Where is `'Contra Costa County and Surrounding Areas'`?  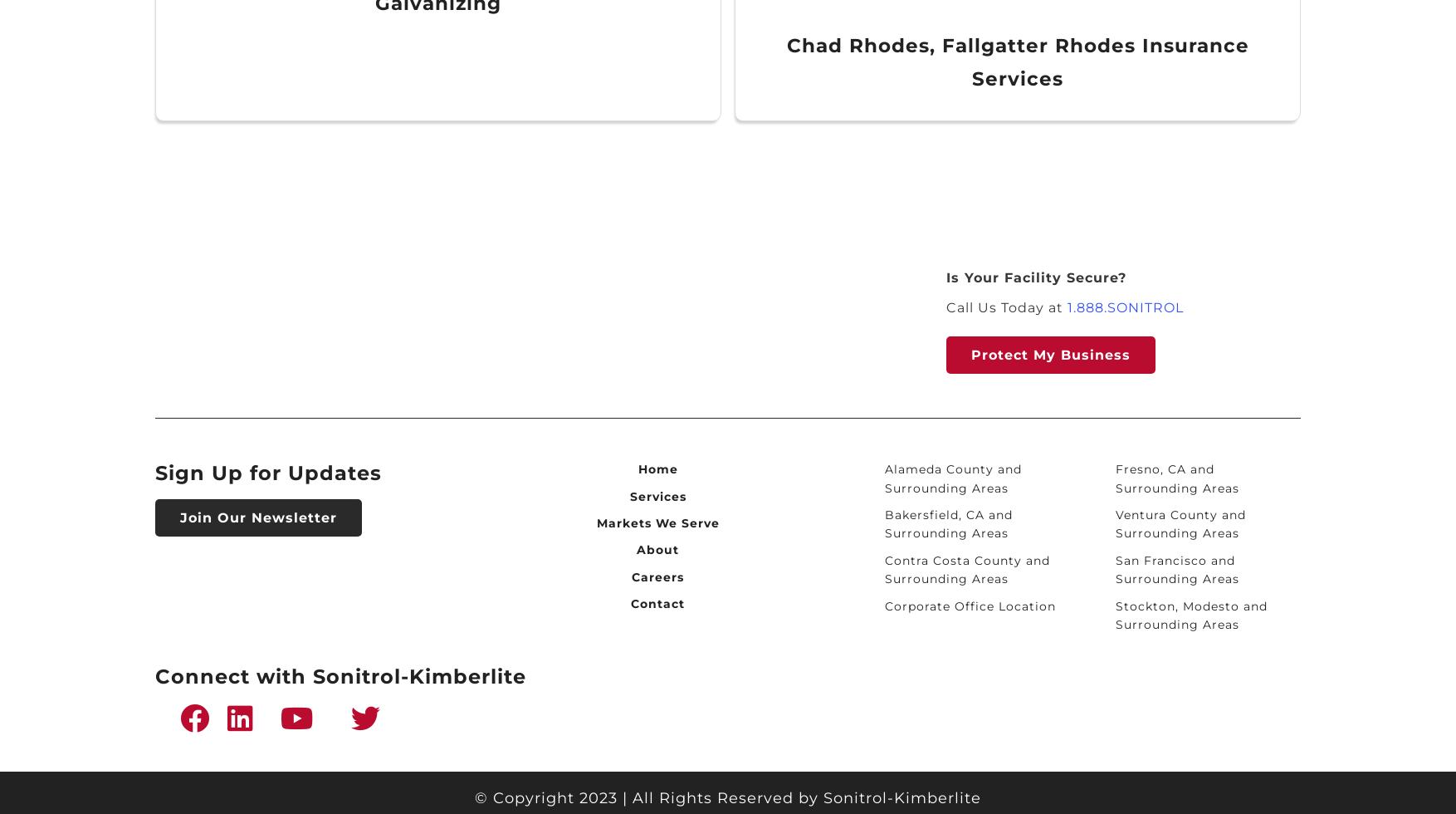
'Contra Costa County and Surrounding Areas' is located at coordinates (965, 569).